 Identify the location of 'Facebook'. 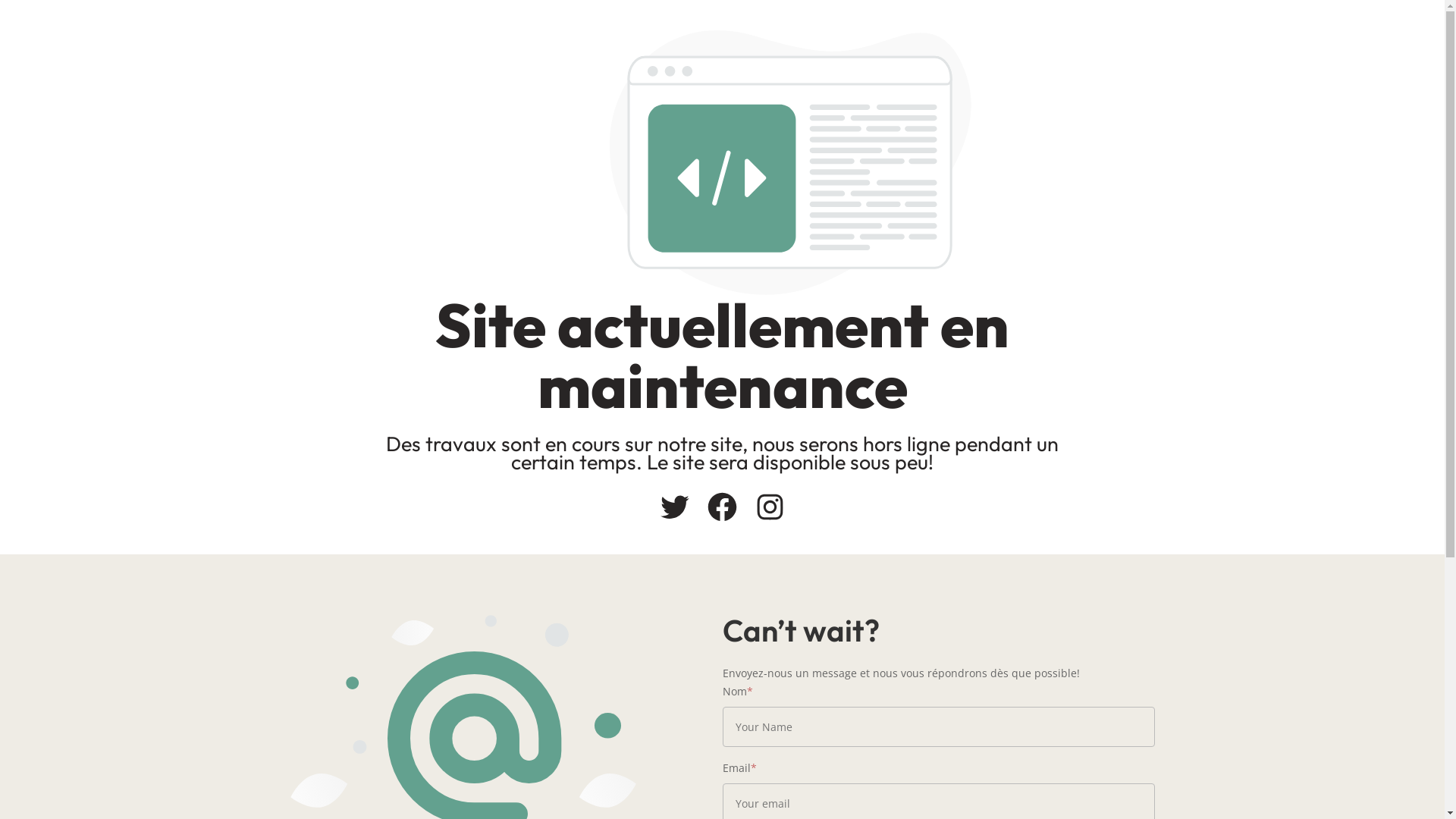
(721, 507).